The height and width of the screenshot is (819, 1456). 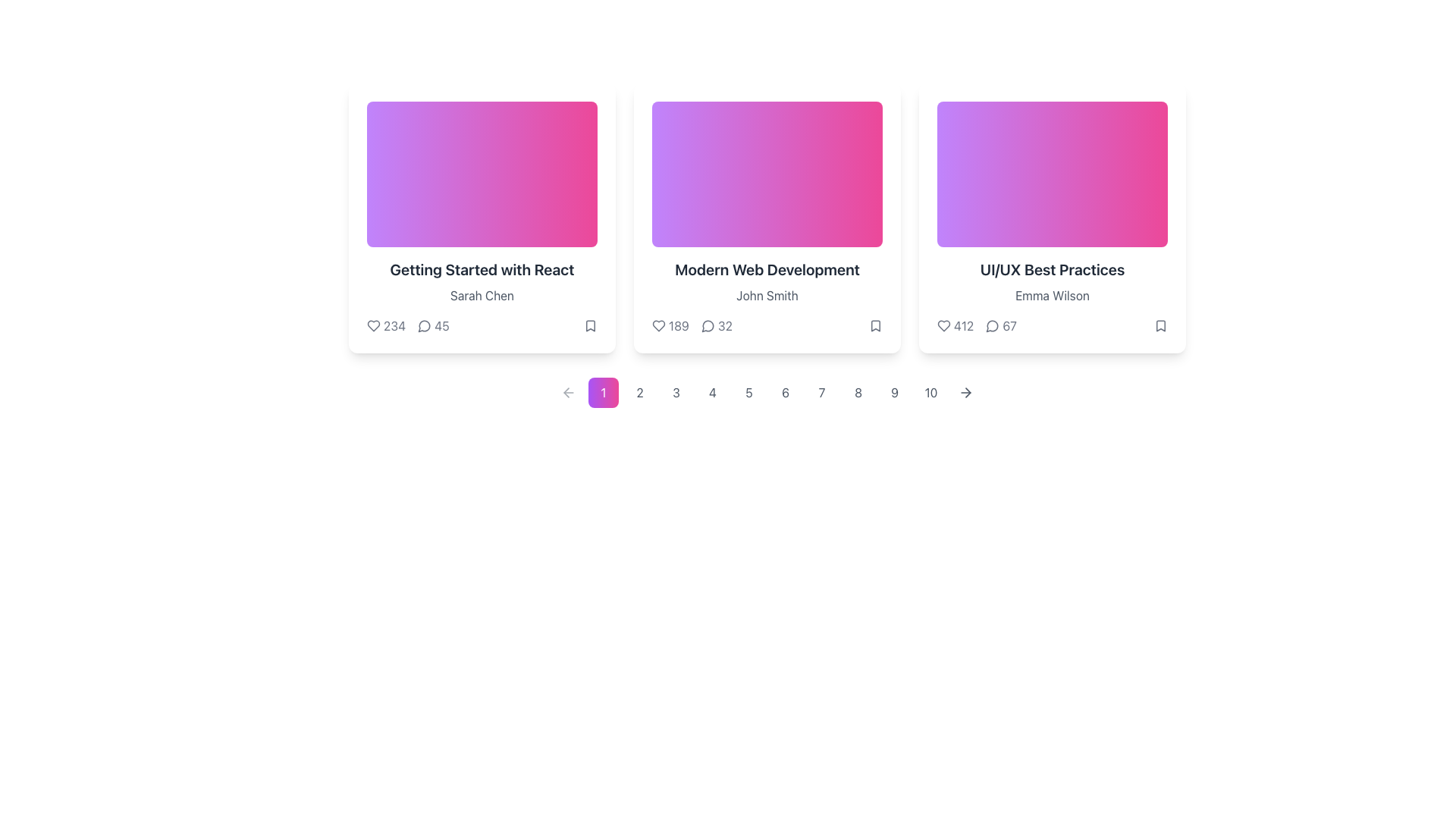 What do you see at coordinates (640, 391) in the screenshot?
I see `the second pagination button located at the bottom-center of the page` at bounding box center [640, 391].